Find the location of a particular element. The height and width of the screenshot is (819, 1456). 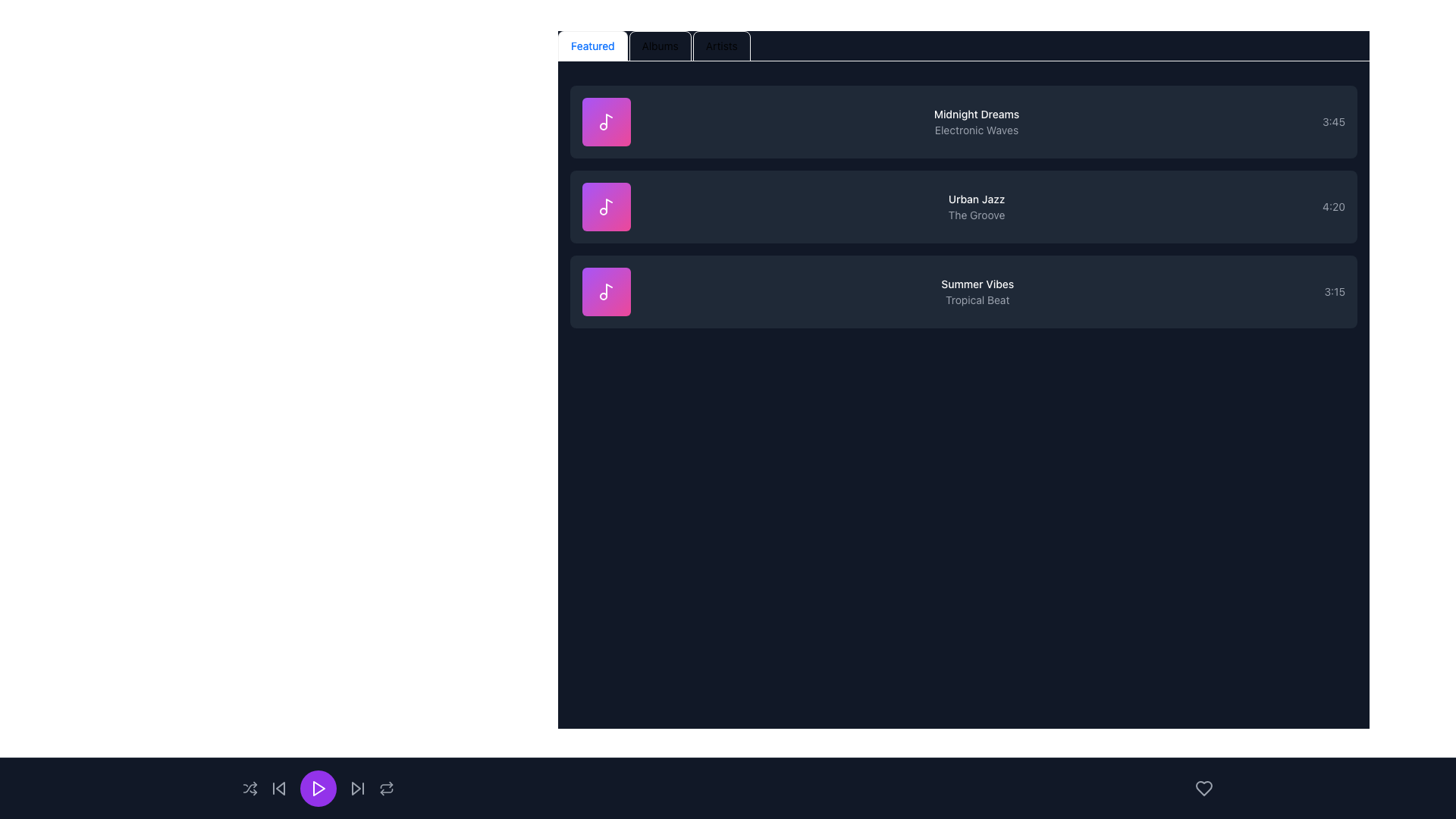

the second icon in the vertical list that represents the song 'Urban Jazz' is located at coordinates (607, 207).